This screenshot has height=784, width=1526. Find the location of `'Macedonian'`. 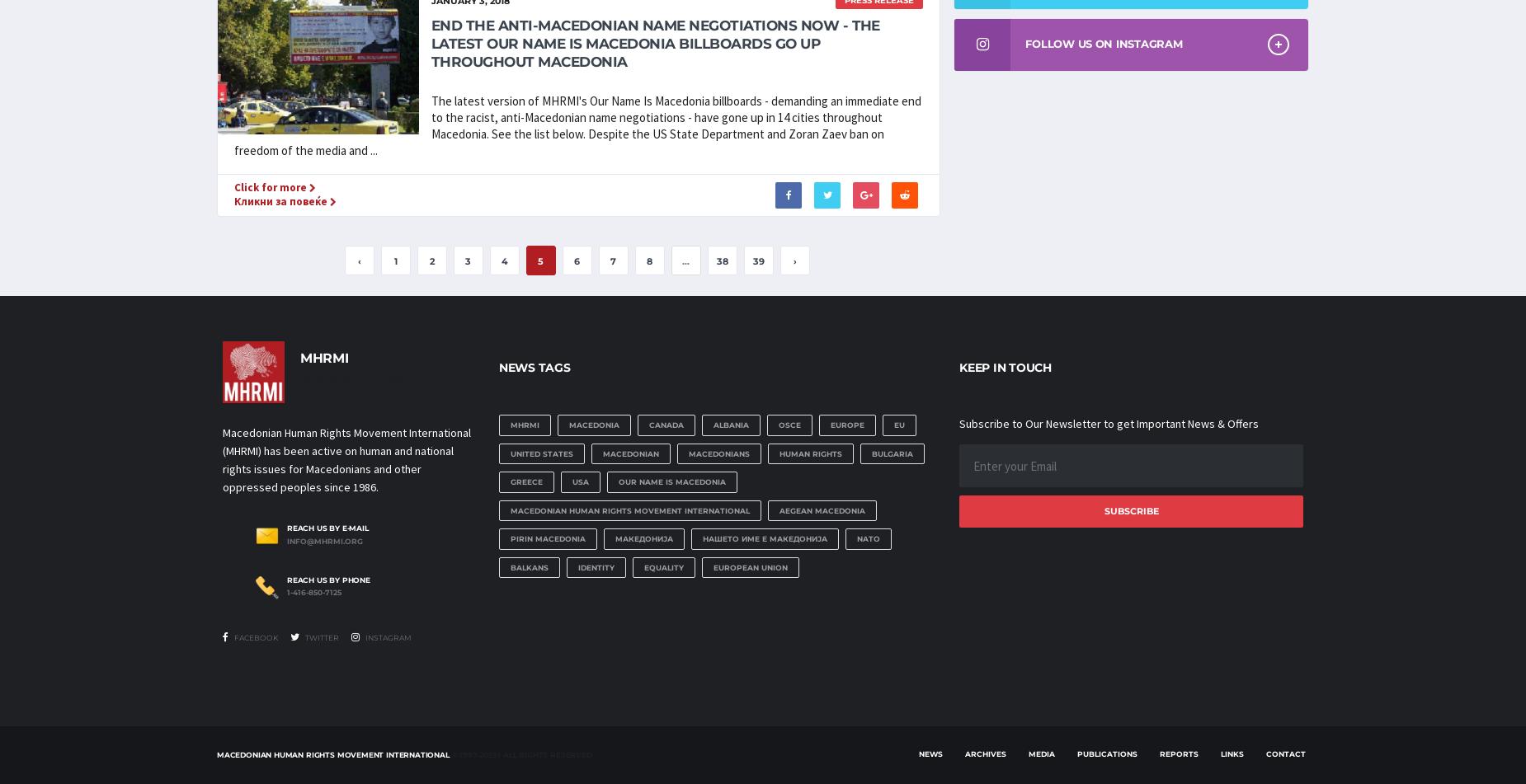

'Macedonian' is located at coordinates (630, 452).